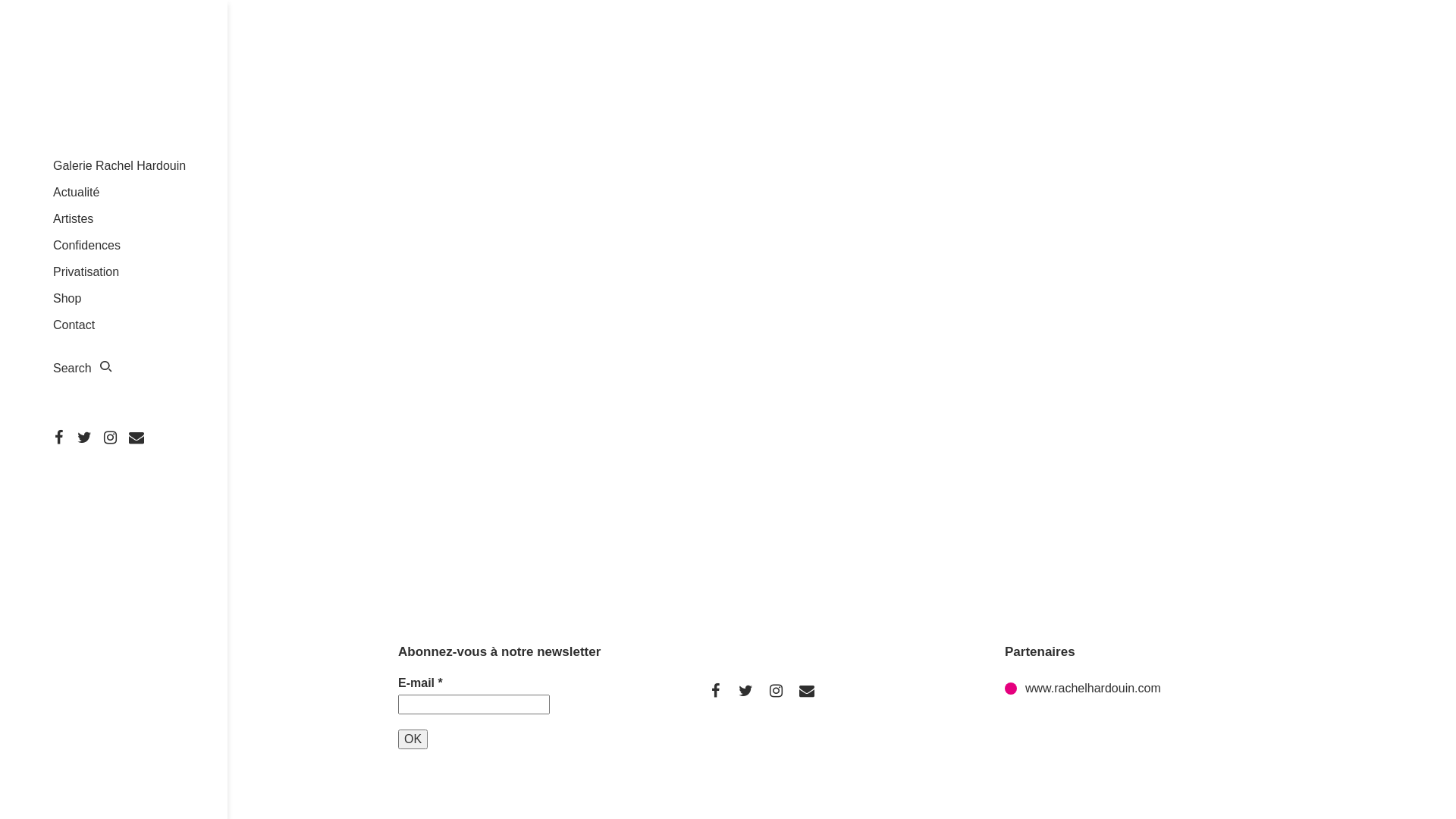 Image resolution: width=1456 pixels, height=819 pixels. I want to click on 'Shop', so click(53, 298).